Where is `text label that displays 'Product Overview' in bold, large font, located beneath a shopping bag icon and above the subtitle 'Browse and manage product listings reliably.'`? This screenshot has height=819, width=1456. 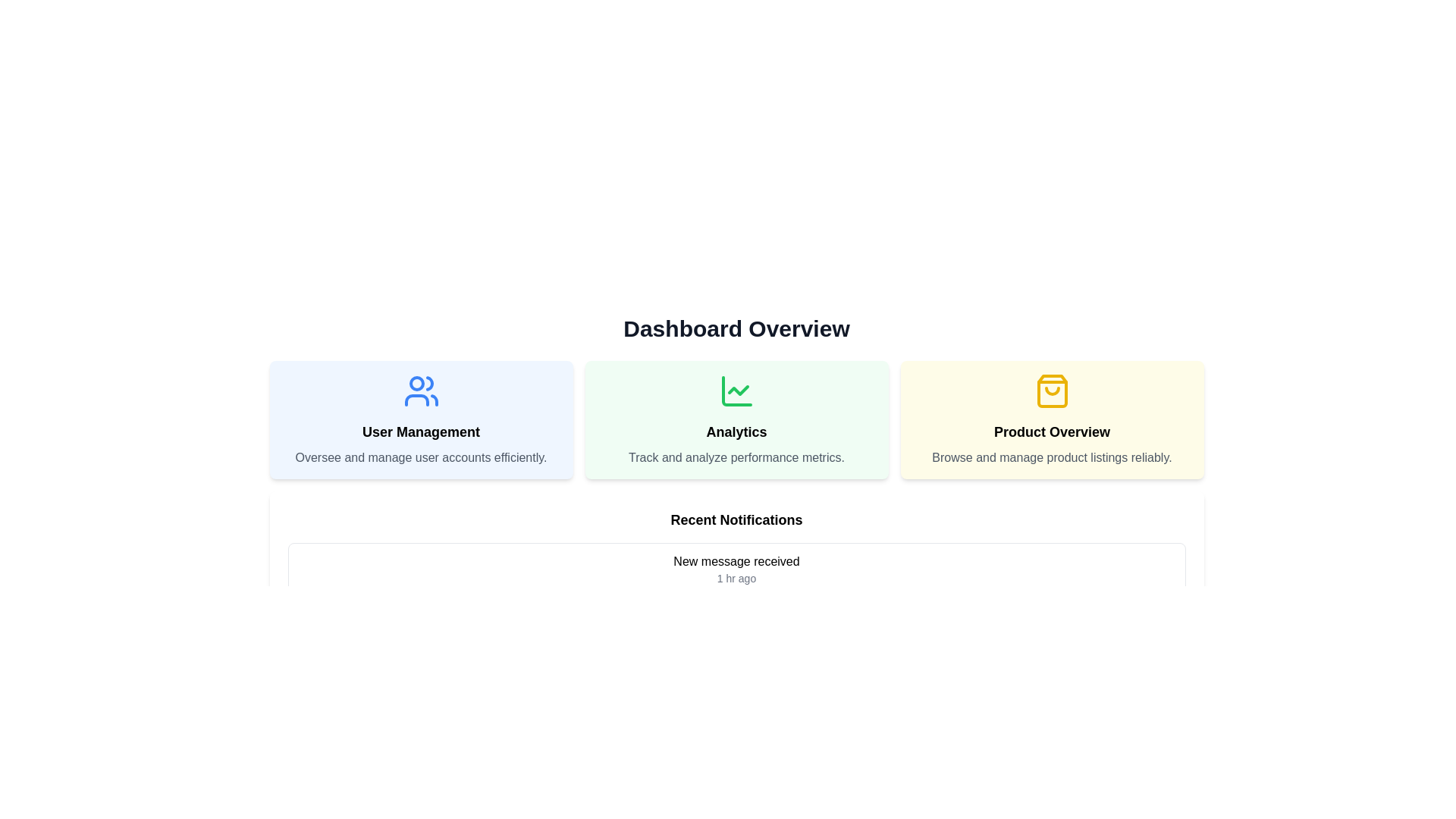 text label that displays 'Product Overview' in bold, large font, located beneath a shopping bag icon and above the subtitle 'Browse and manage product listings reliably.' is located at coordinates (1051, 432).